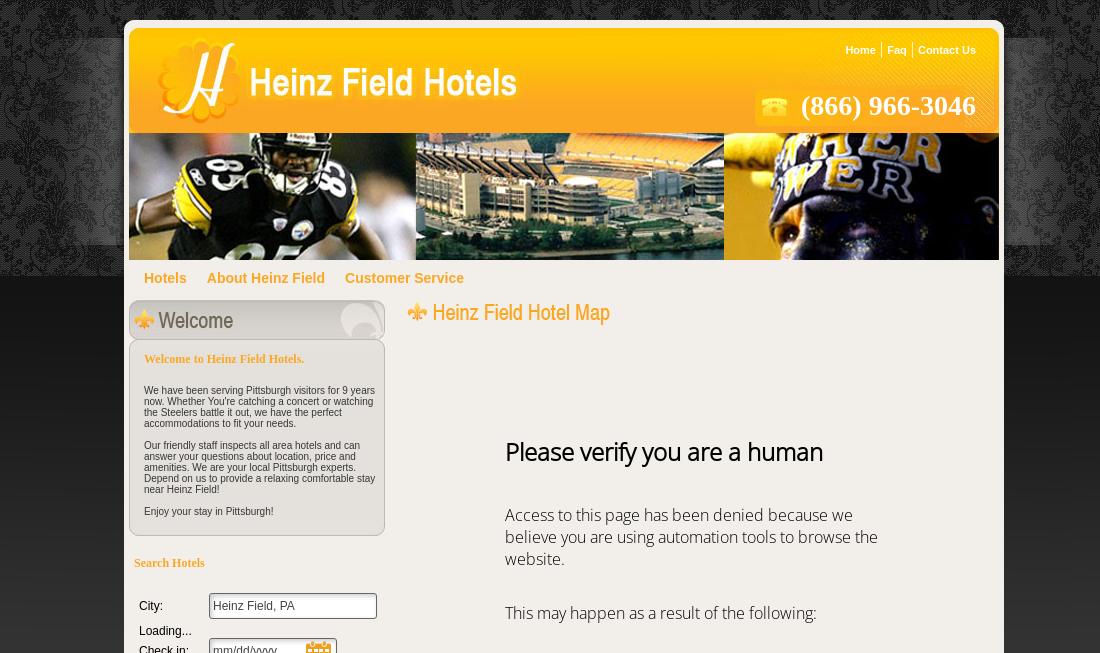 The width and height of the screenshot is (1100, 653). I want to click on 'Customer Service', so click(404, 277).